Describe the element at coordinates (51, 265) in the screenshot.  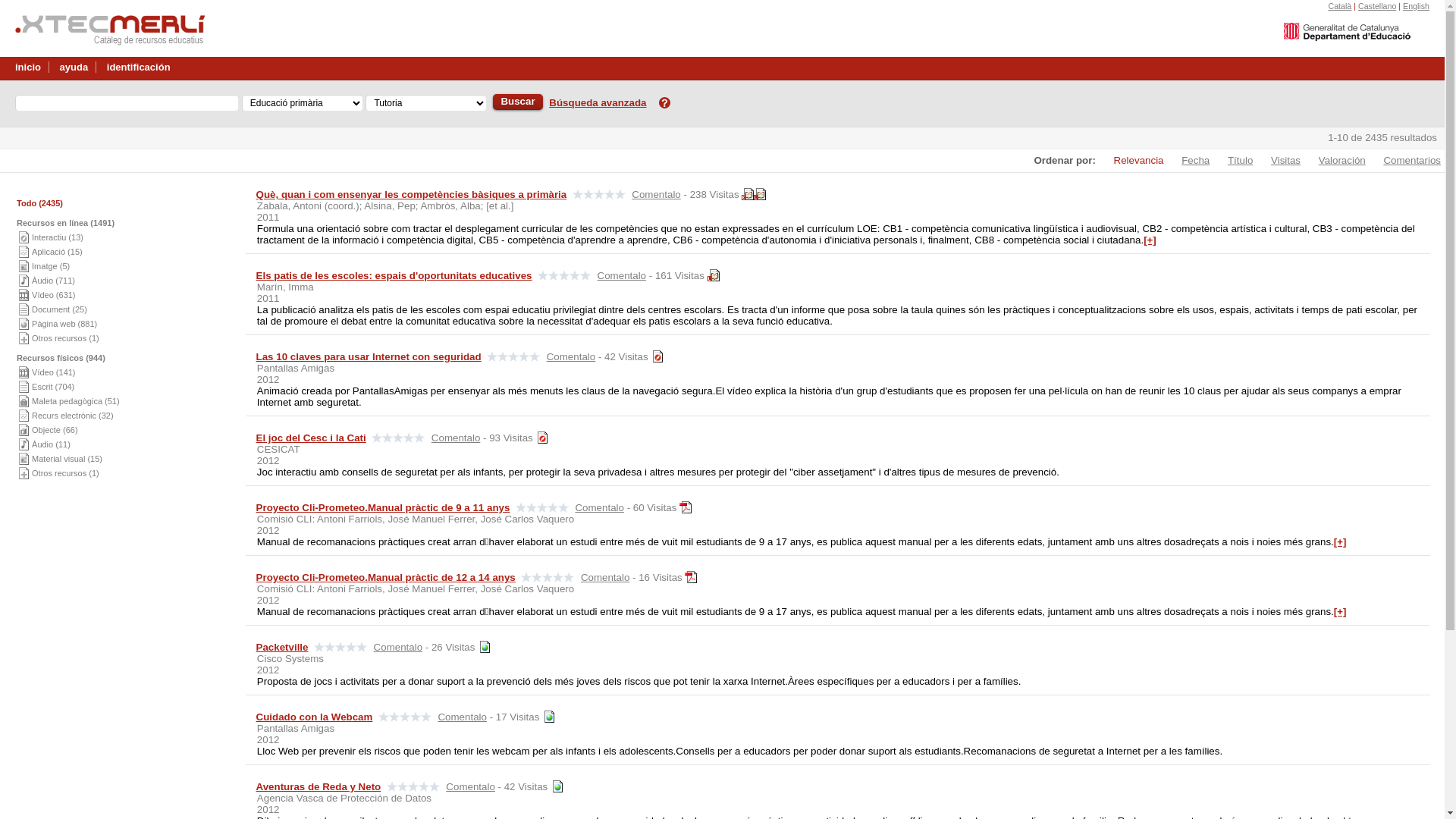
I see `'Imatge (5)'` at that location.